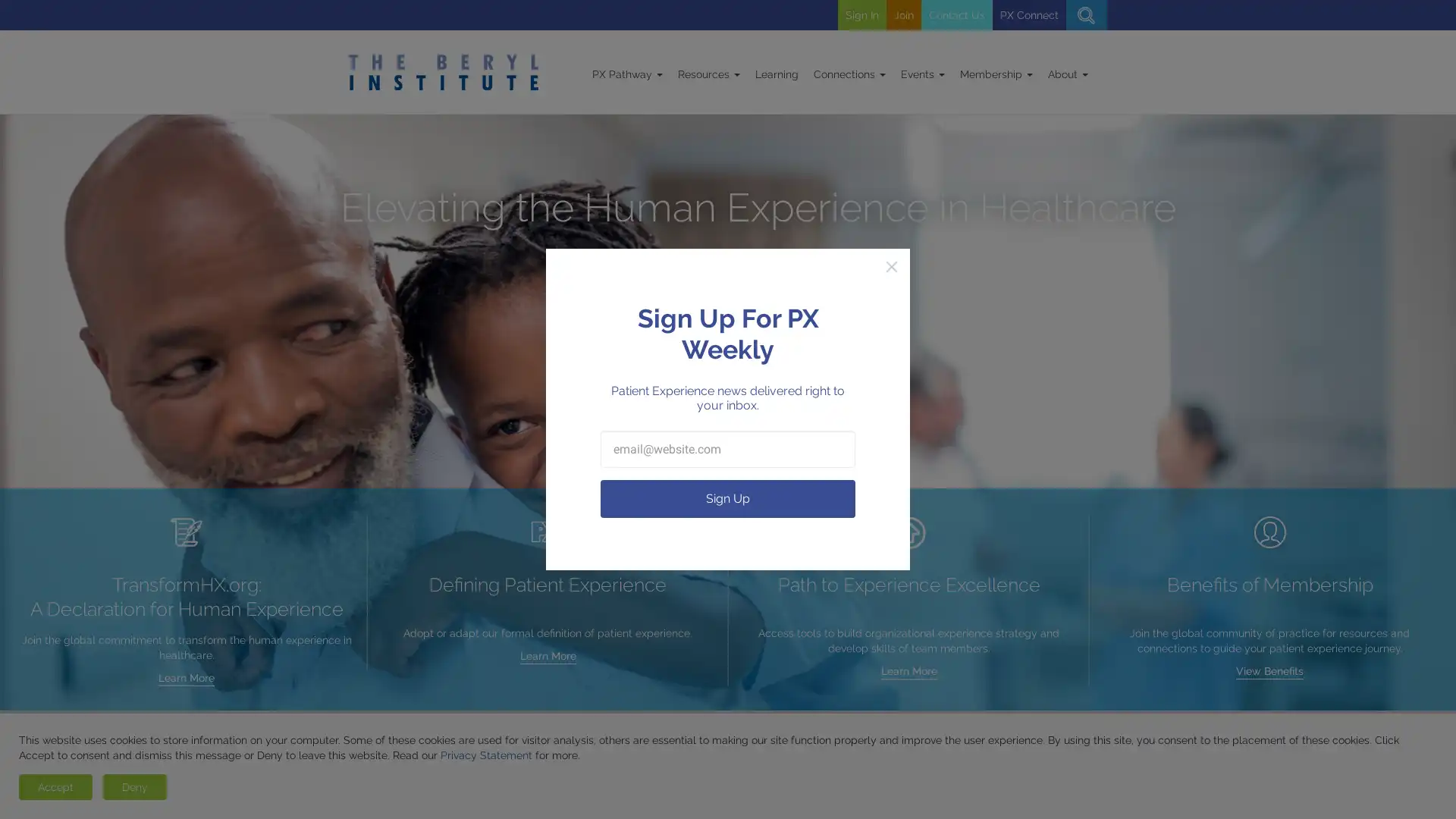  Describe the element at coordinates (55, 786) in the screenshot. I see `Accept` at that location.